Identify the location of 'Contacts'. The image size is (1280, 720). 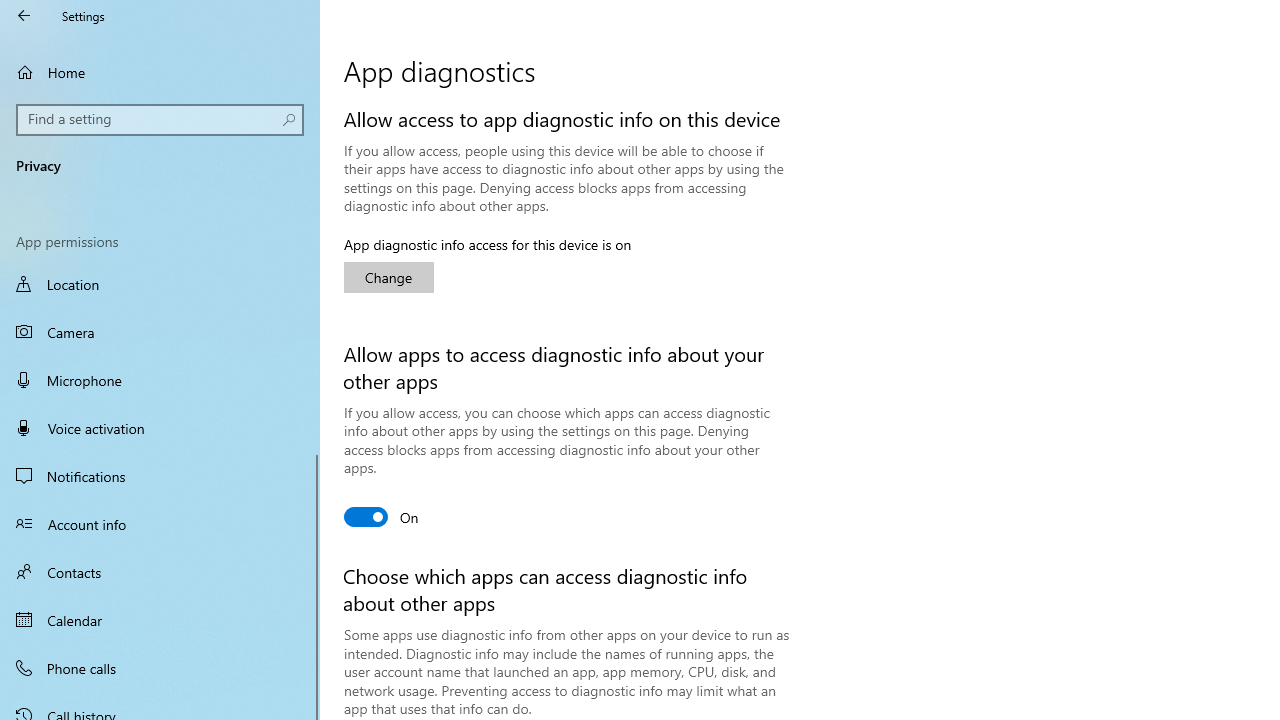
(160, 572).